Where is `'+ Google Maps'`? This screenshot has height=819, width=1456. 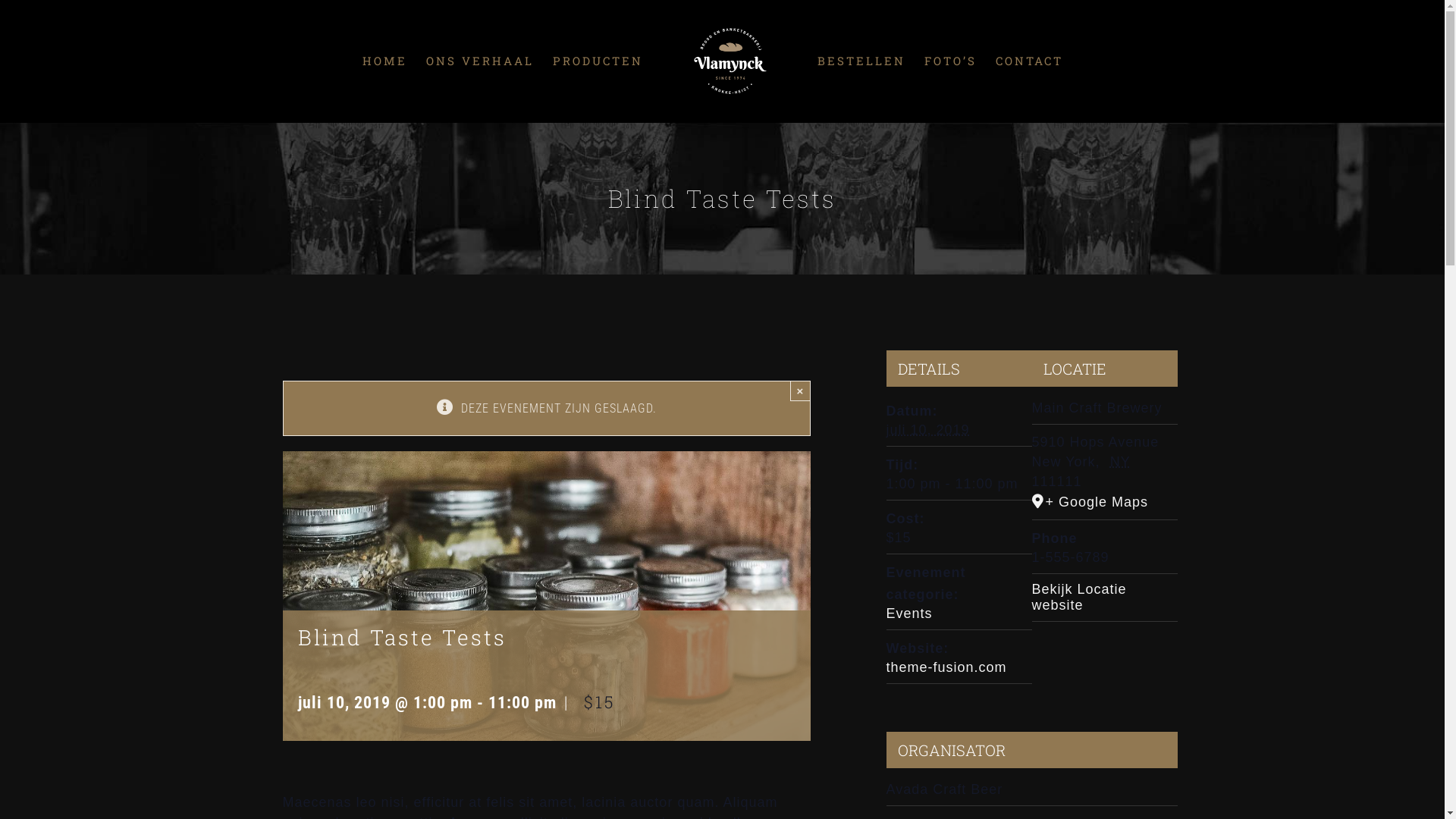 '+ Google Maps' is located at coordinates (1103, 501).